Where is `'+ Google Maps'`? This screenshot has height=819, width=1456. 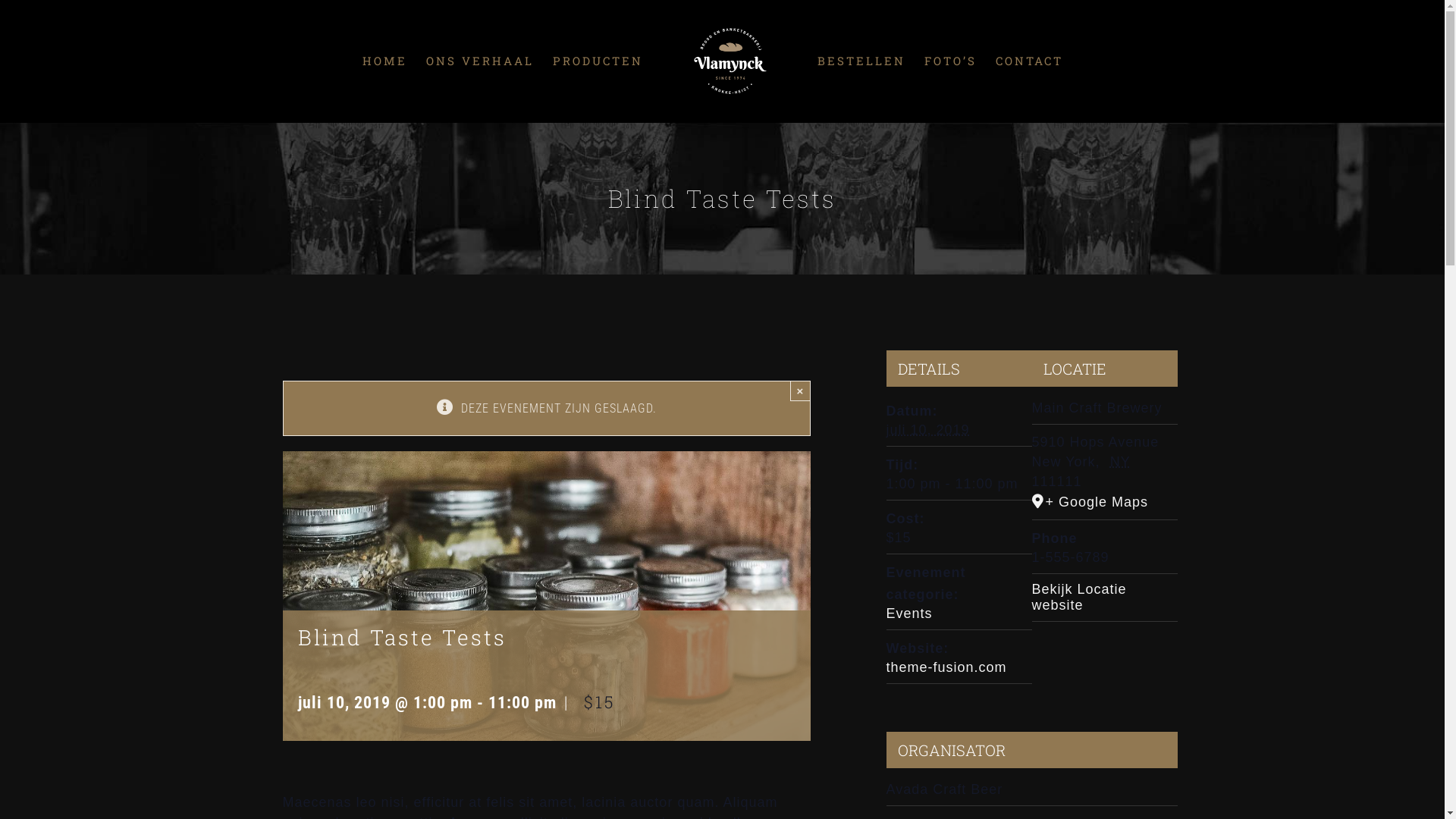 '+ Google Maps' is located at coordinates (1103, 501).